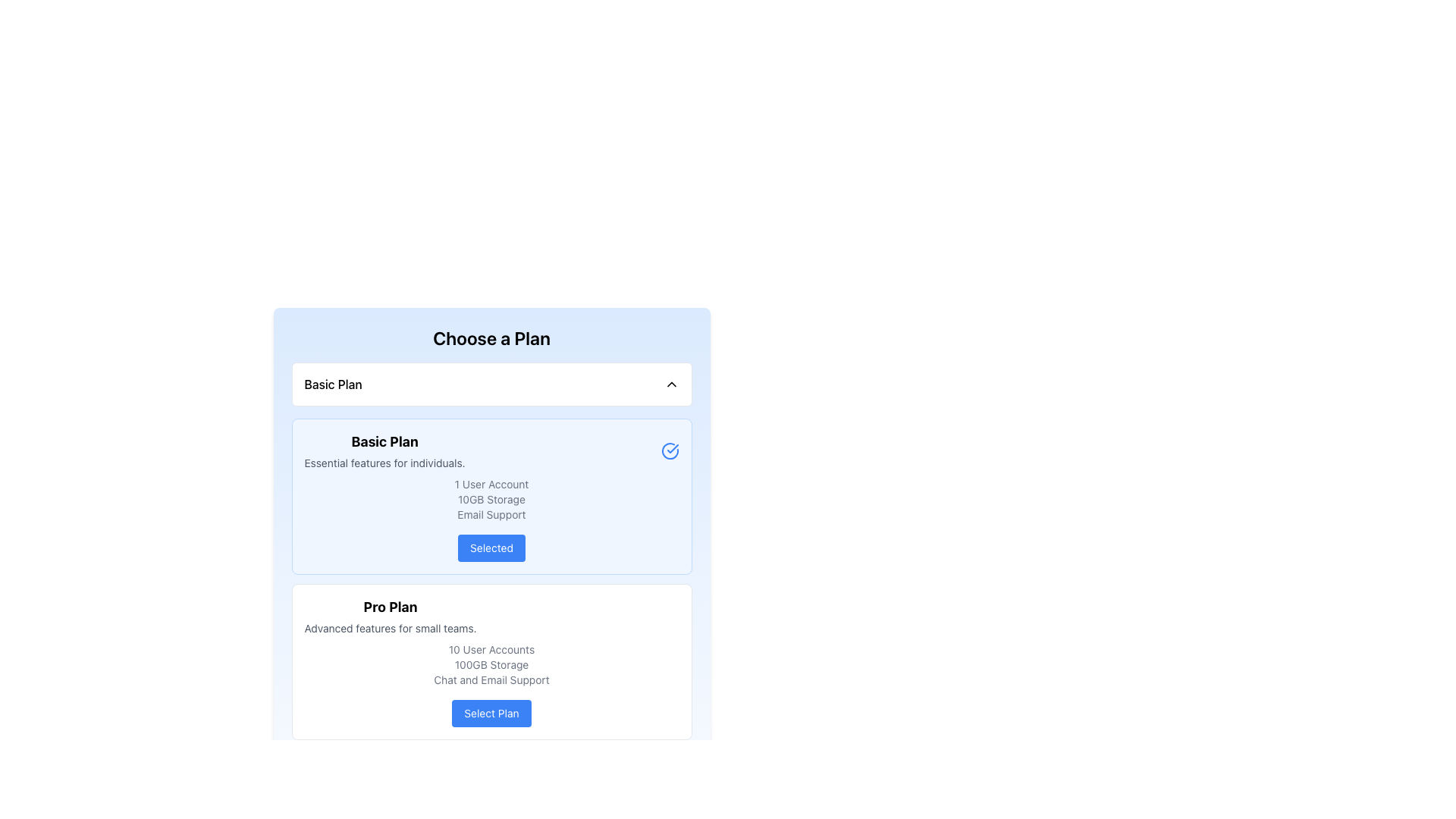  What do you see at coordinates (491, 500) in the screenshot?
I see `text displayed in the Text Display Group that contains details about the Basic Plan, including '1 User Account,' '10GB Storage,' and 'Email Support.'` at bounding box center [491, 500].